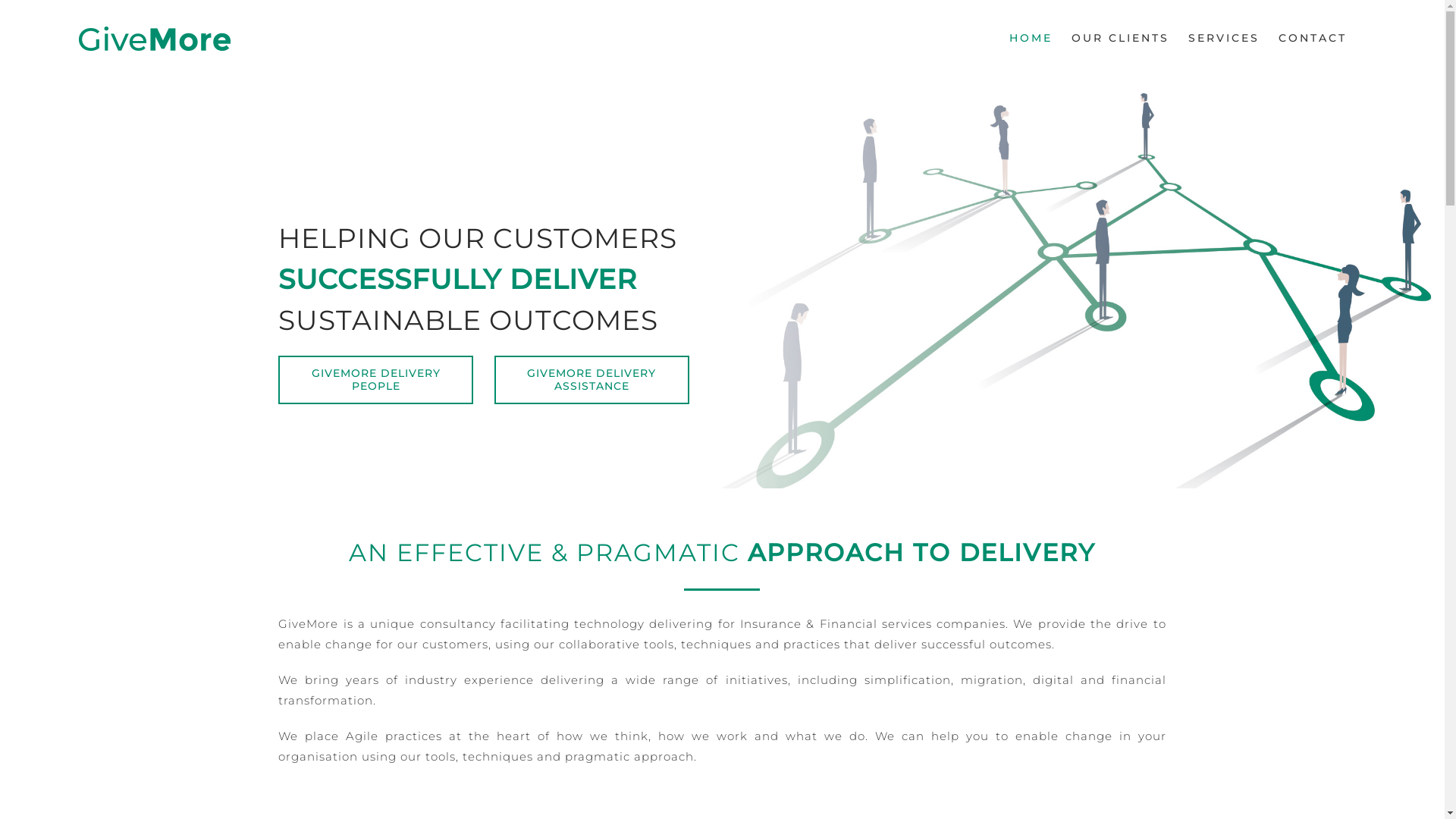 The height and width of the screenshot is (819, 1456). I want to click on 'OUR CLIENTS', so click(1120, 36).